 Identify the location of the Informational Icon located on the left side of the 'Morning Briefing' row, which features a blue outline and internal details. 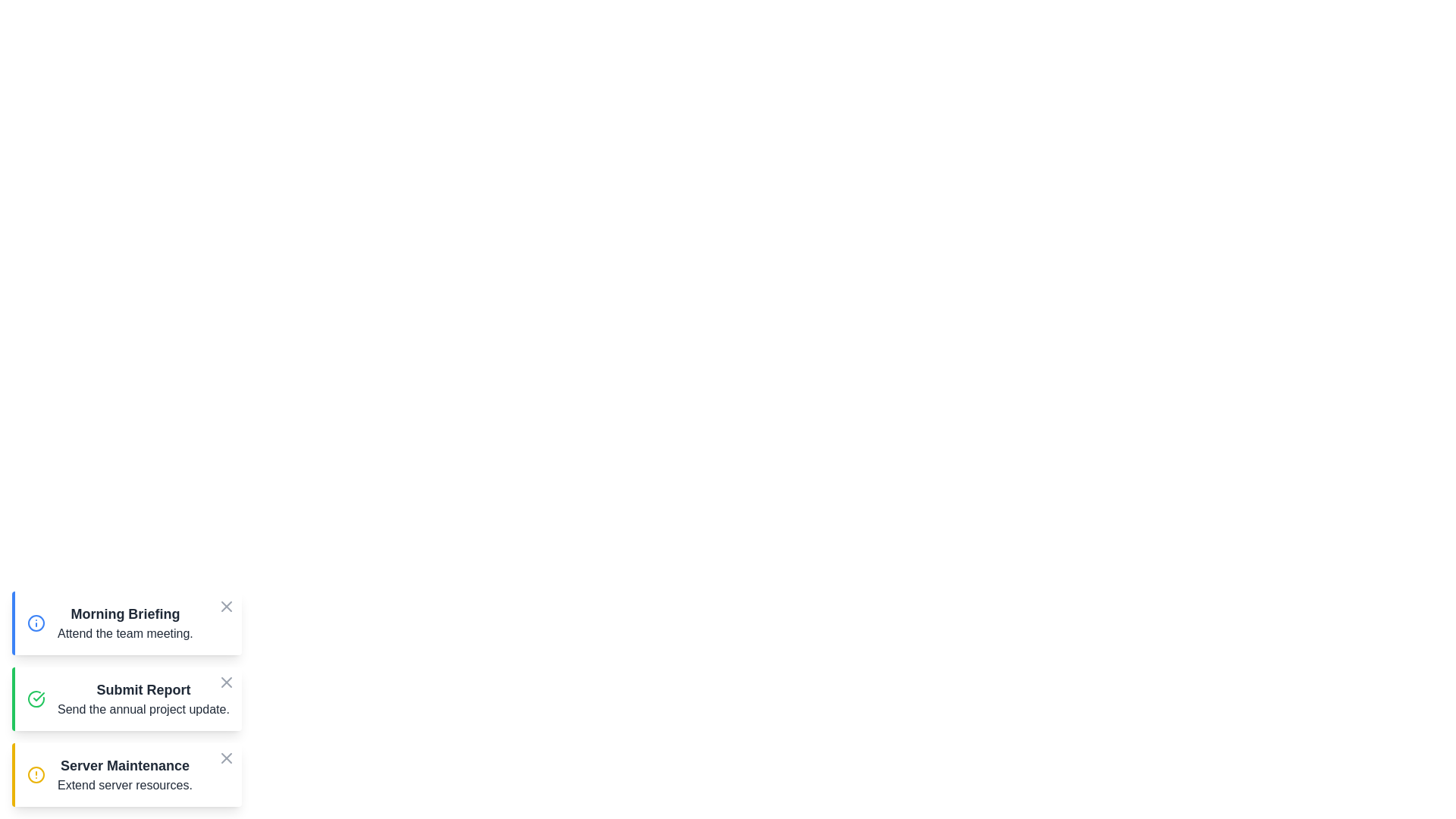
(36, 623).